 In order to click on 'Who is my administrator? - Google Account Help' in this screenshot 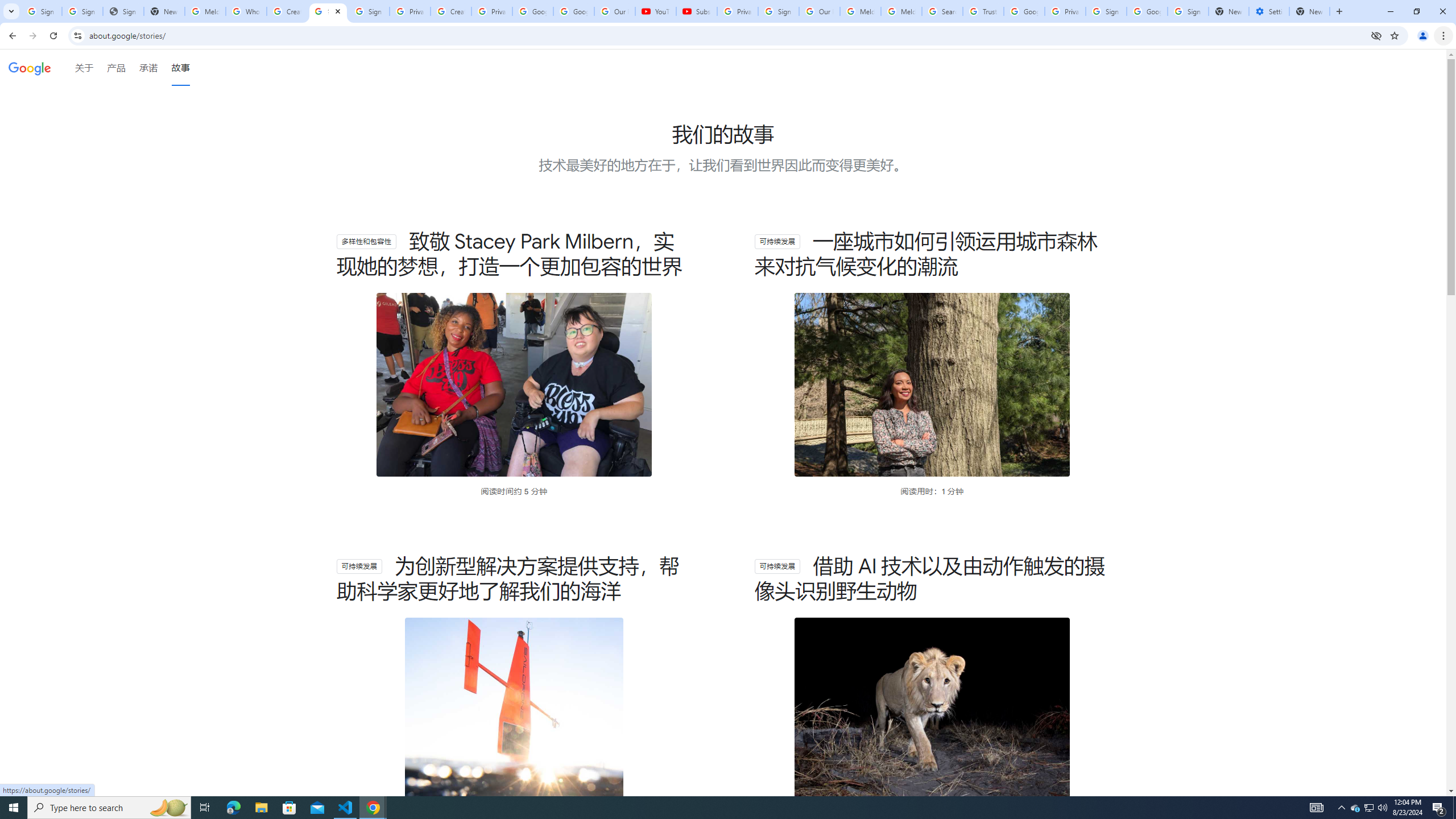, I will do `click(246, 11)`.